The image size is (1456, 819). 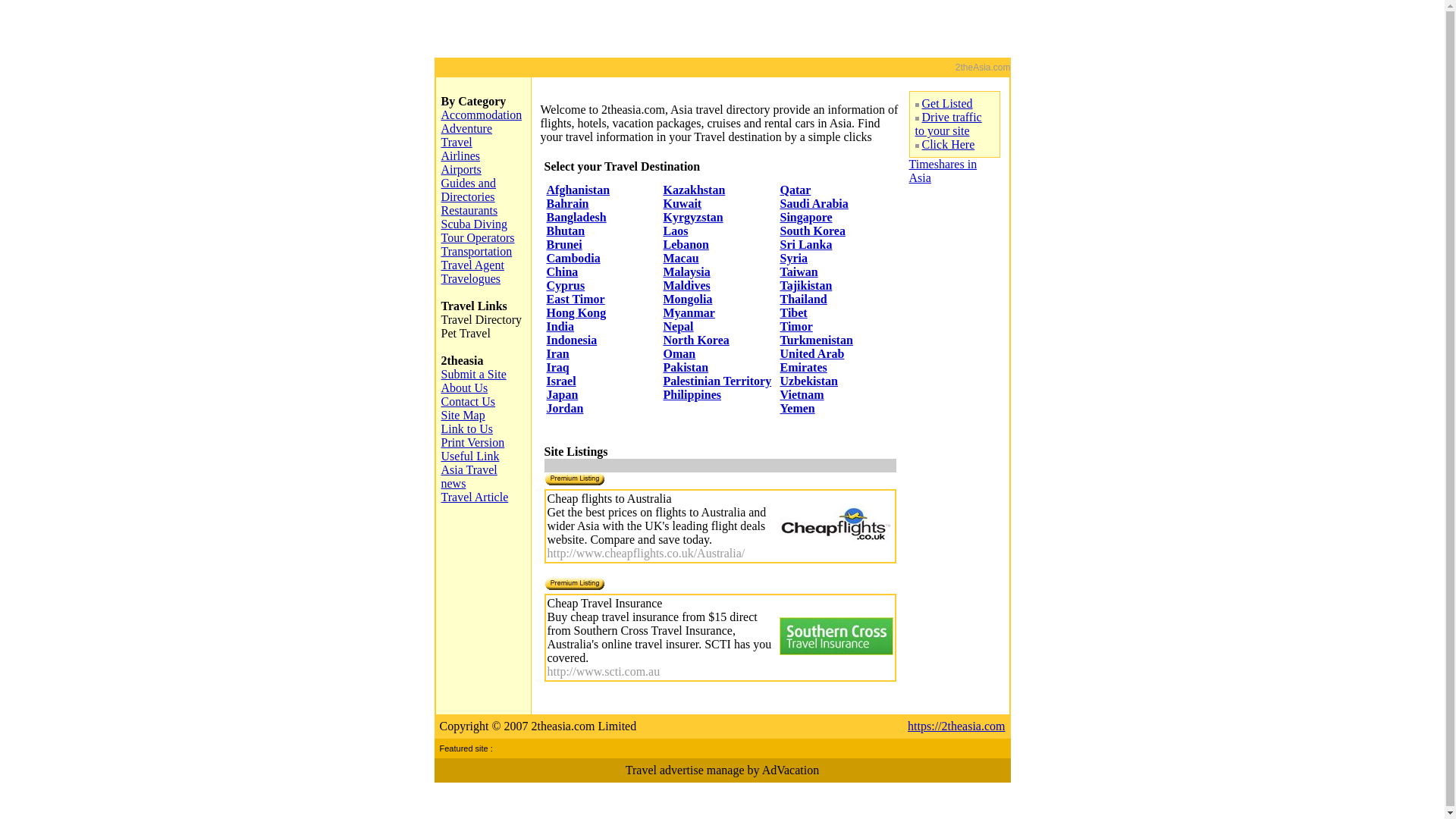 I want to click on 'Israel', so click(x=560, y=380).